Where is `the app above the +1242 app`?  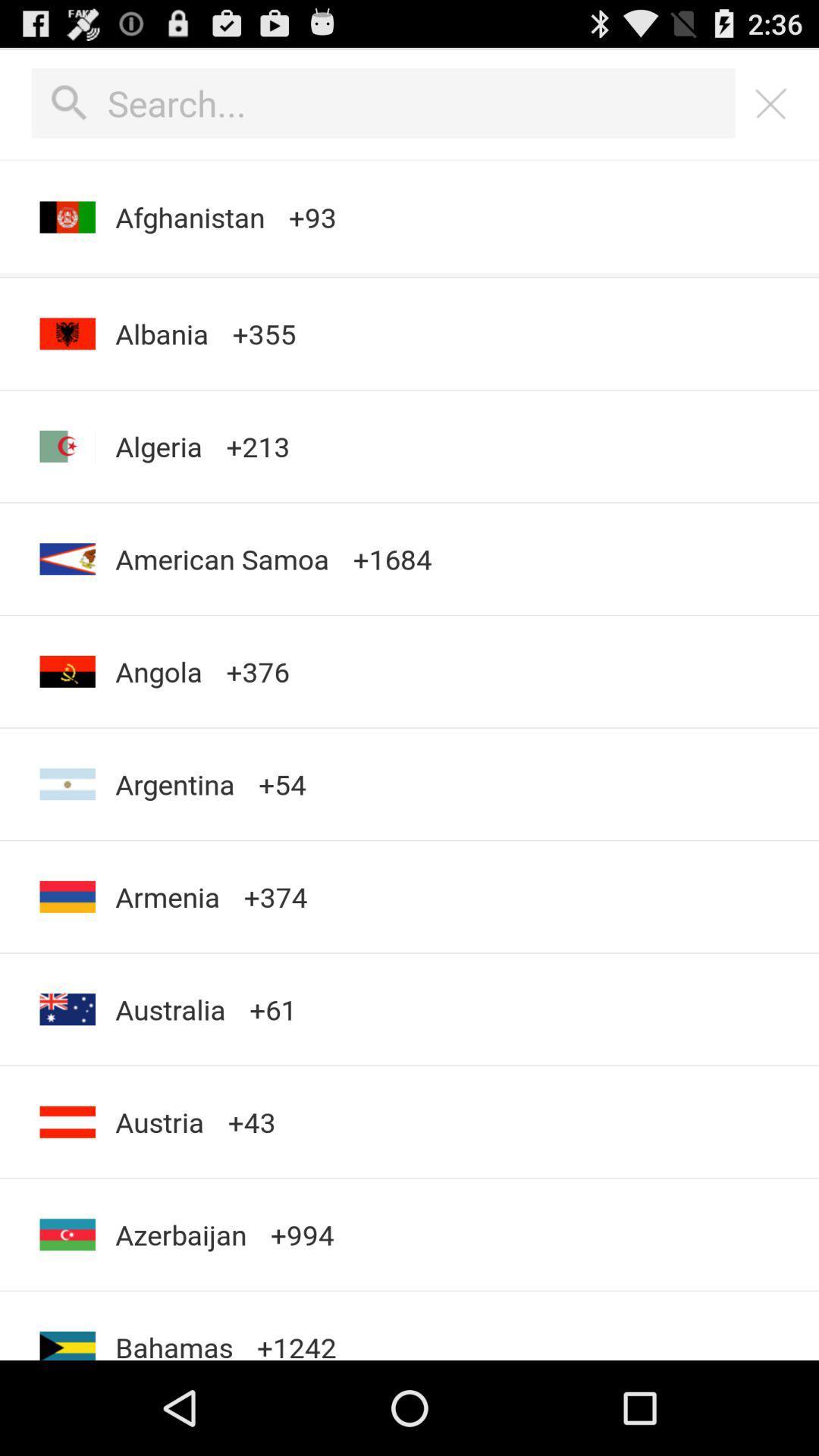 the app above the +1242 app is located at coordinates (302, 1235).